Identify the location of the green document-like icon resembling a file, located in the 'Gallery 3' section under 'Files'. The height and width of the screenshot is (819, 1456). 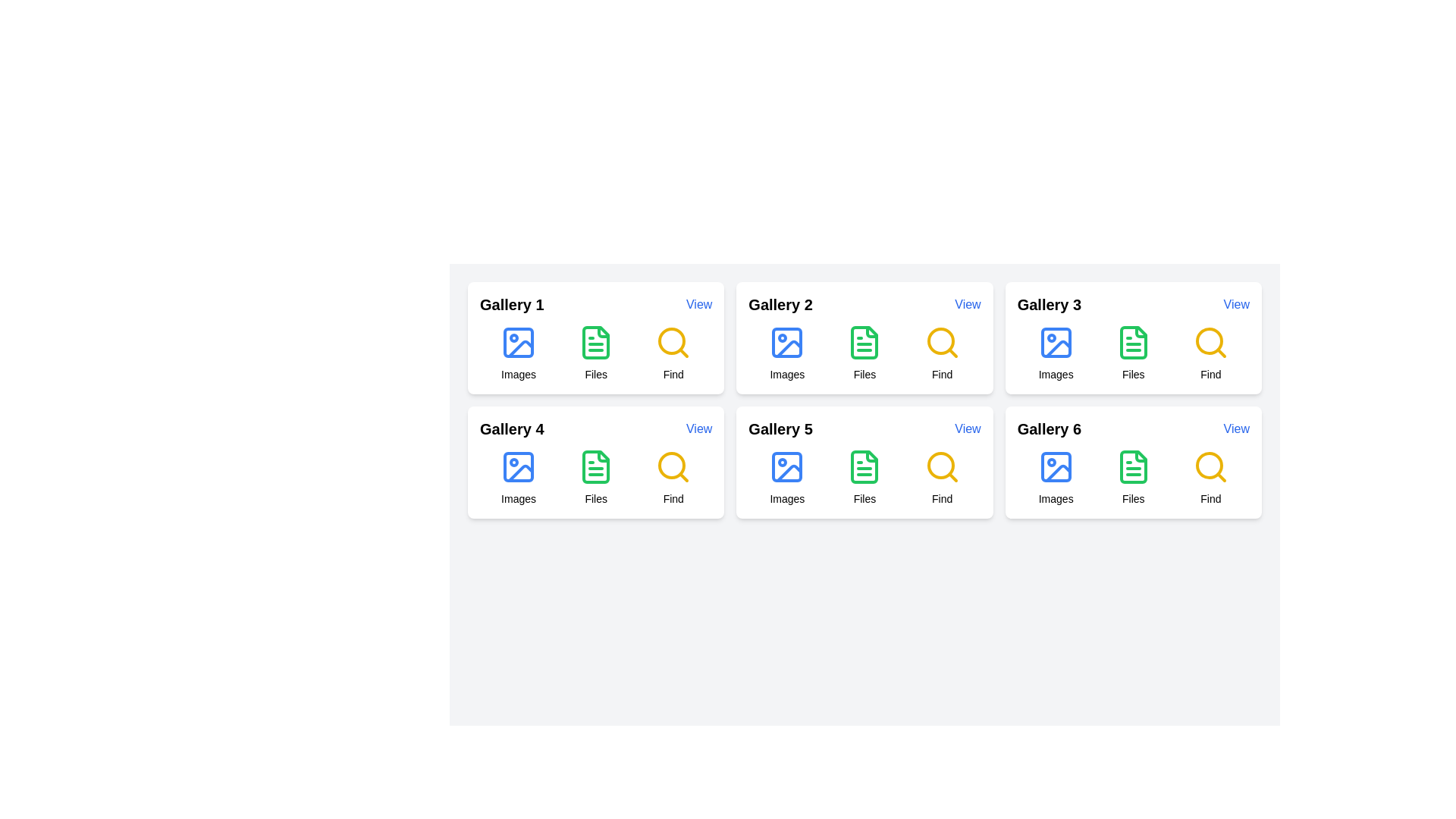
(1133, 342).